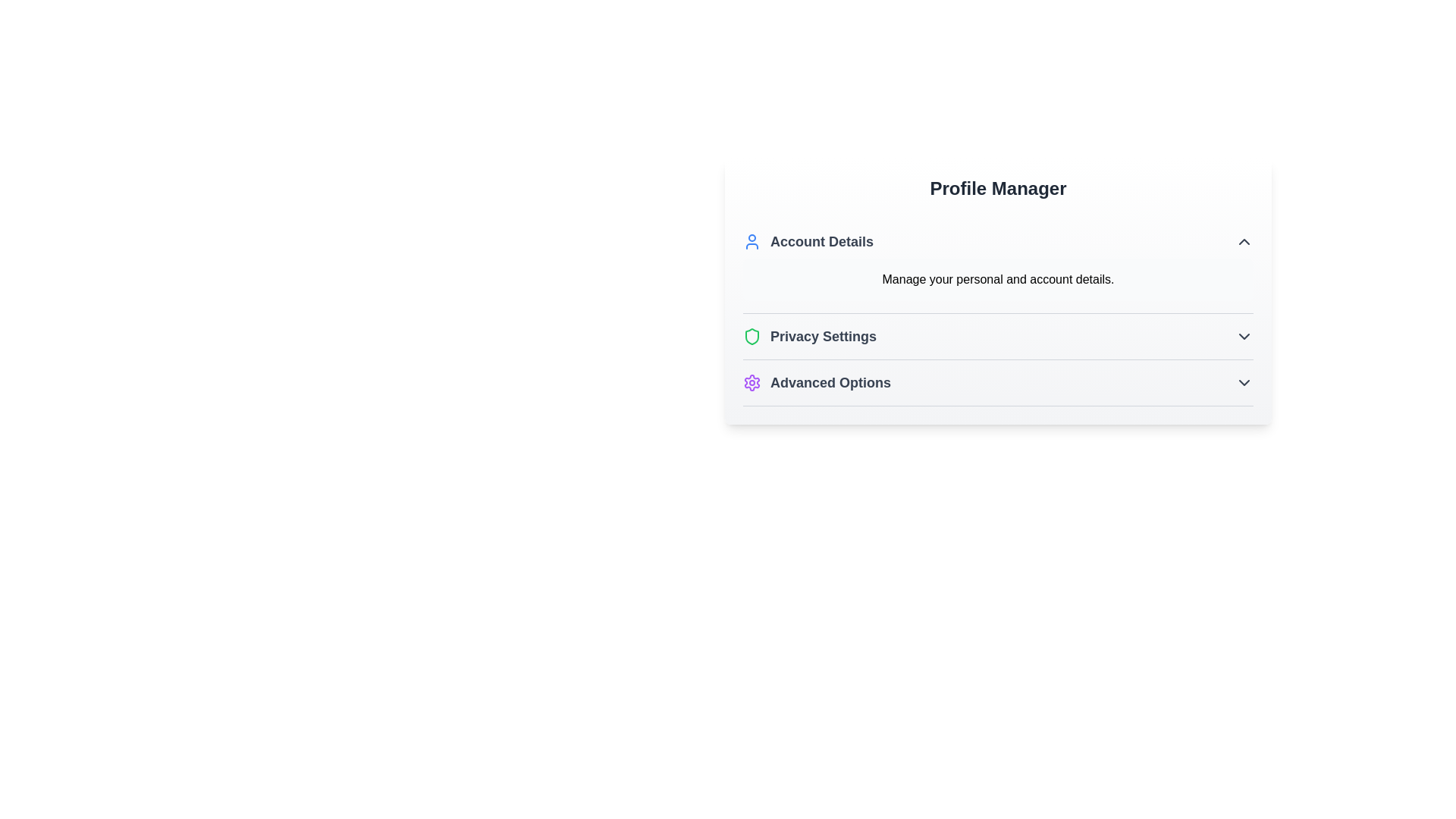 Image resolution: width=1456 pixels, height=819 pixels. Describe the element at coordinates (752, 335) in the screenshot. I see `the green shield icon located to the left of the 'Privacy Settings' text` at that location.